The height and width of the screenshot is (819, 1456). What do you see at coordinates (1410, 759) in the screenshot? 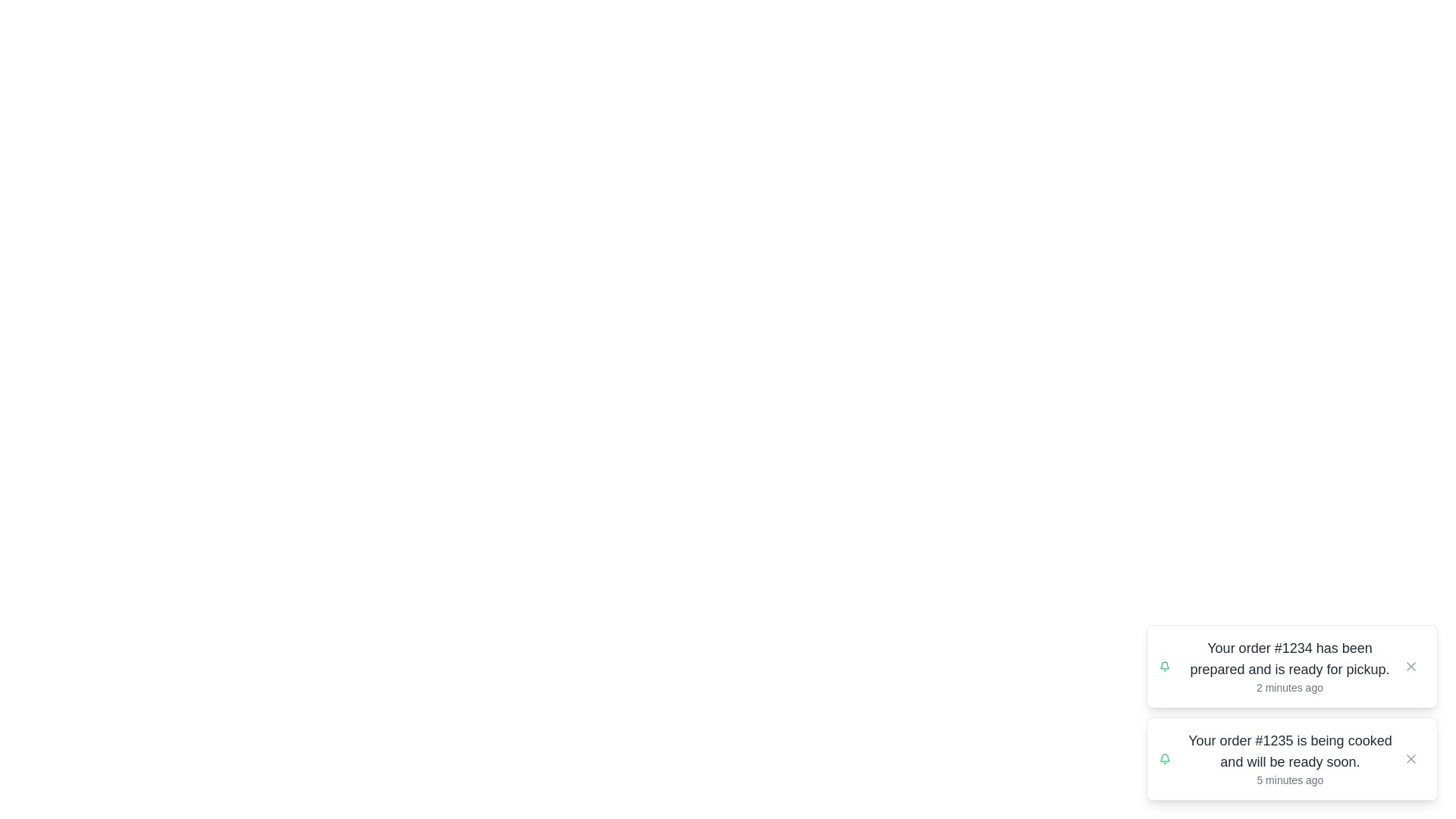
I see `the cross icon located at the bottom-right corner of the notification card for order #1235` at bounding box center [1410, 759].